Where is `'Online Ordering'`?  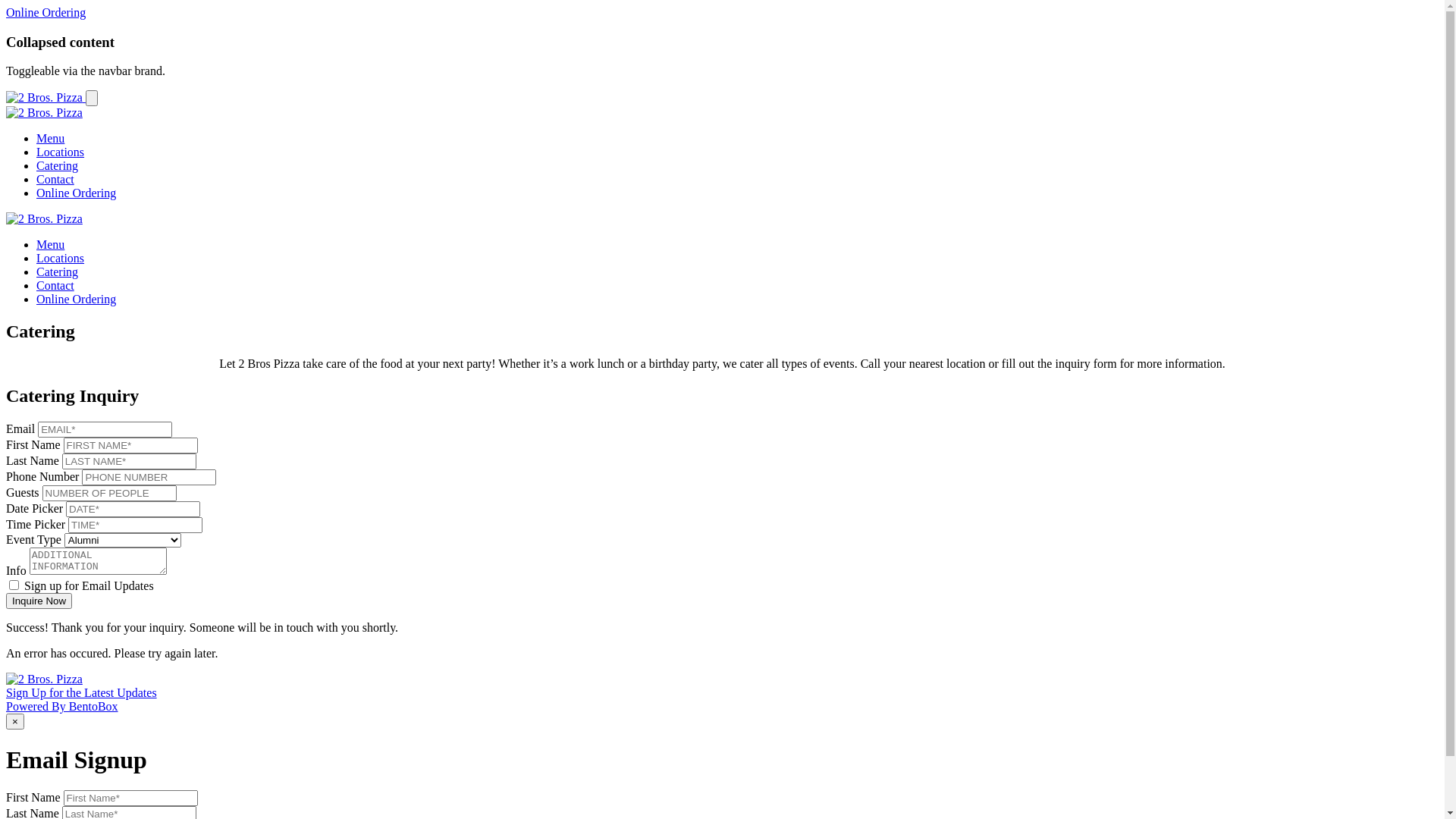
'Online Ordering' is located at coordinates (75, 192).